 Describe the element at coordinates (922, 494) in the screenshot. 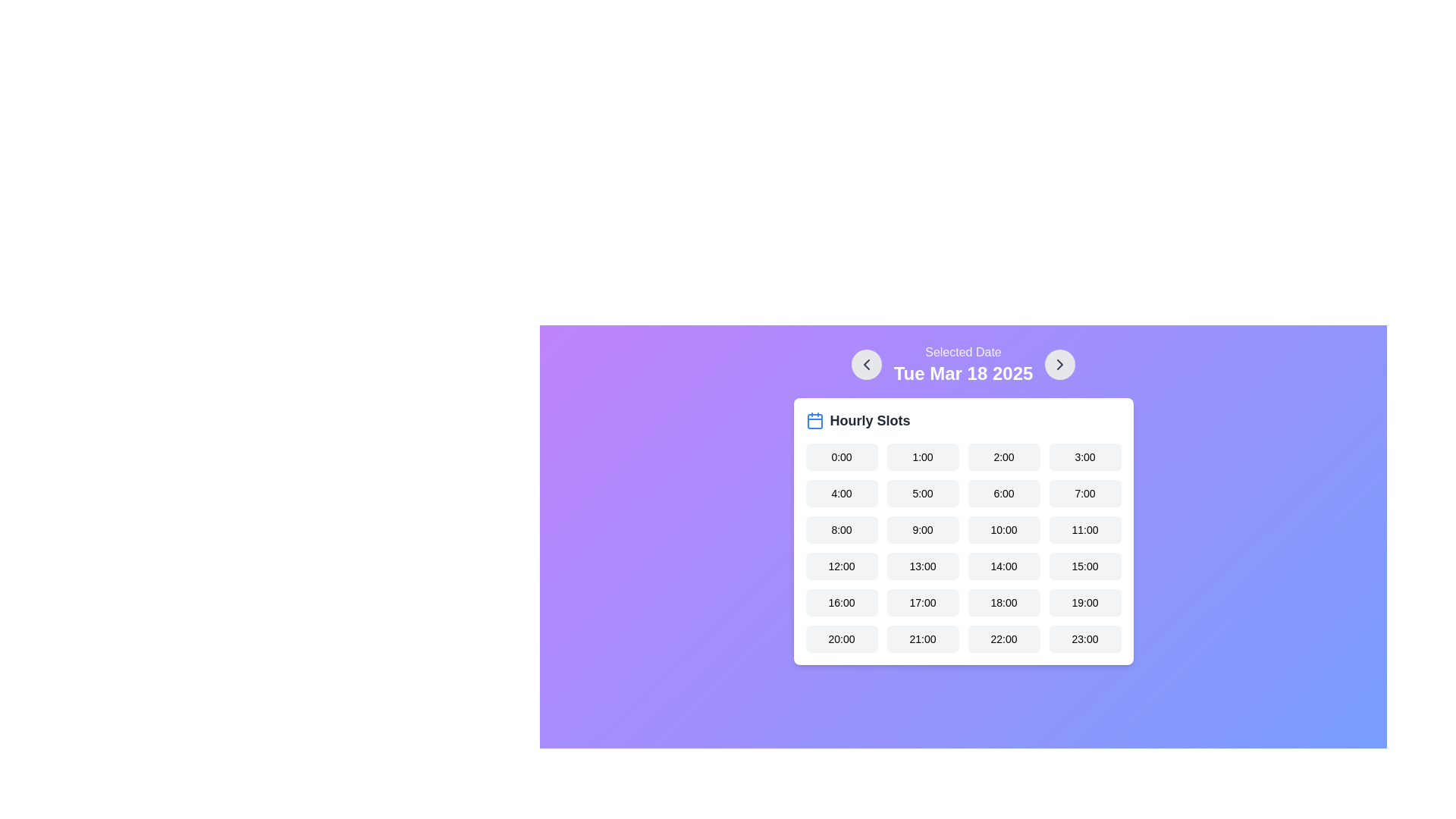

I see `the hourly time slot button representing 5:00 located in the second row and second column of the grid` at that location.